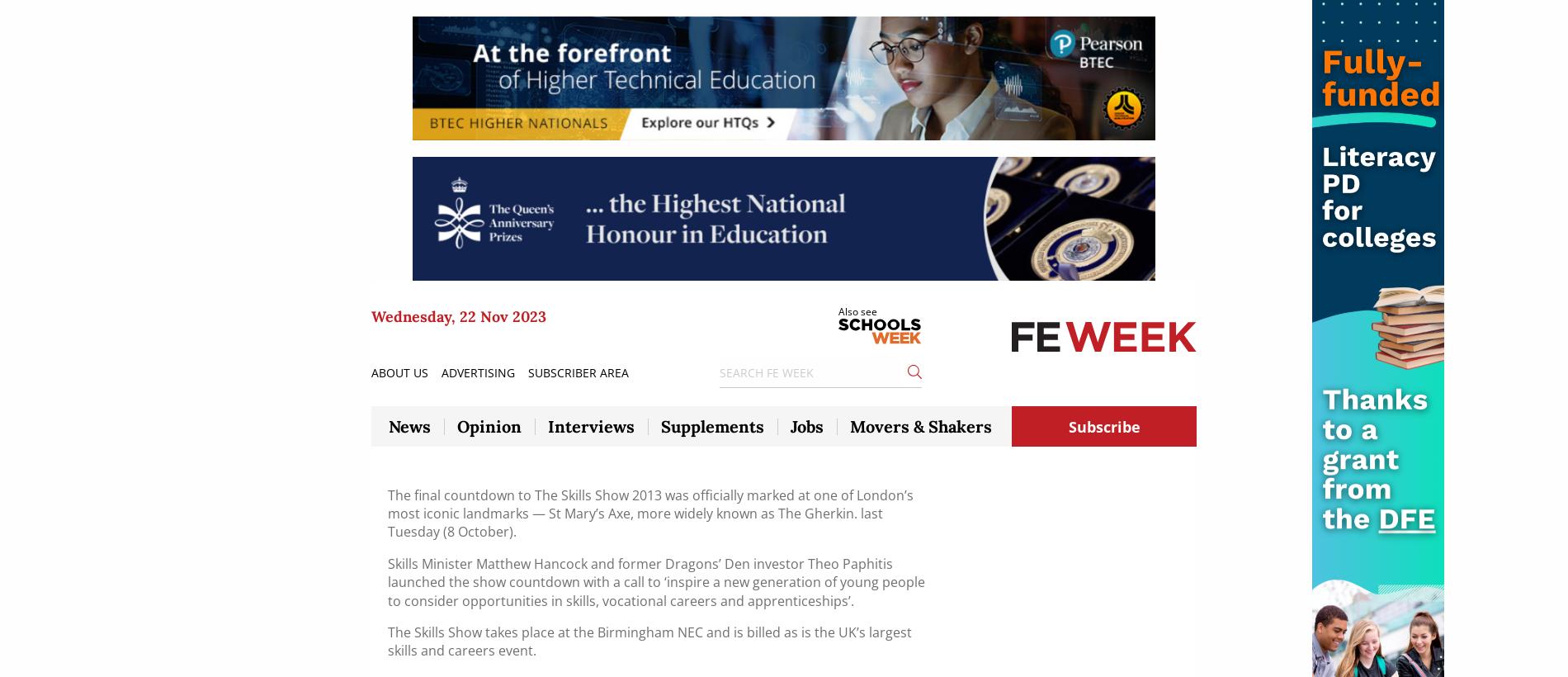 The image size is (1568, 677). Describe the element at coordinates (458, 315) in the screenshot. I see `'Wednesday, 22 Nov 2023'` at that location.